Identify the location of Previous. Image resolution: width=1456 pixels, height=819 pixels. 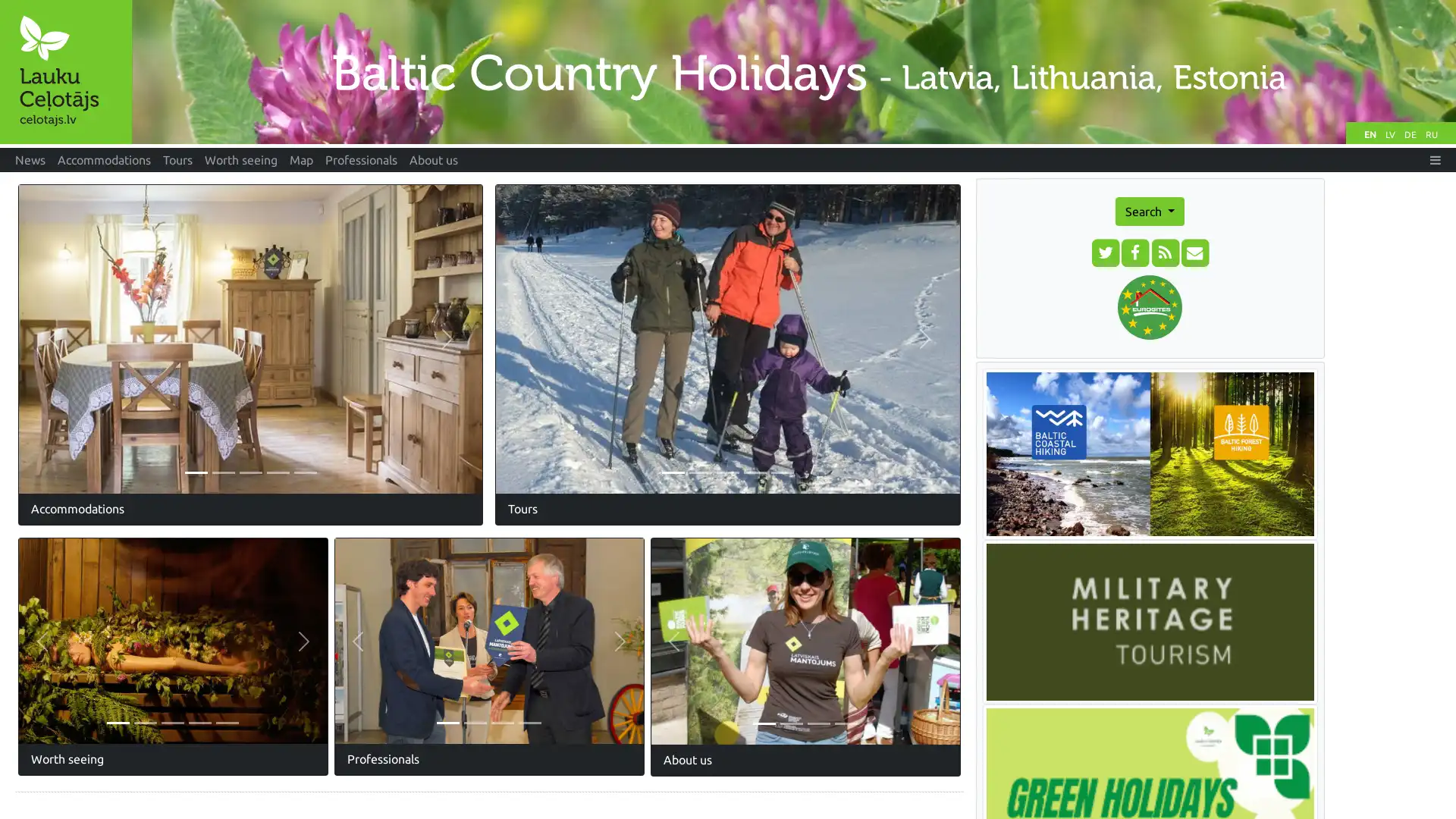
(531, 338).